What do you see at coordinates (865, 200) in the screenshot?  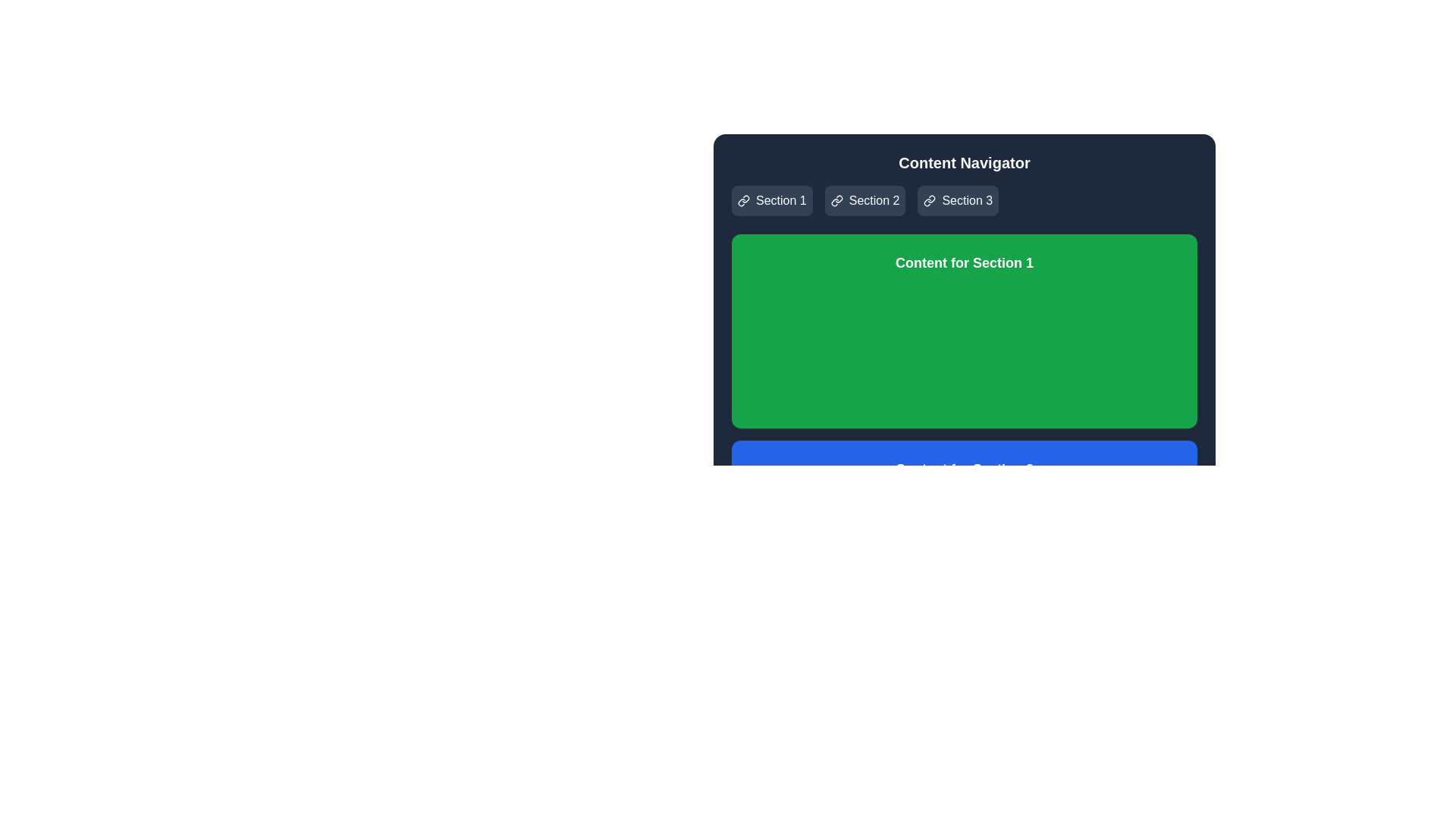 I see `the second tab in the content navigation area` at bounding box center [865, 200].